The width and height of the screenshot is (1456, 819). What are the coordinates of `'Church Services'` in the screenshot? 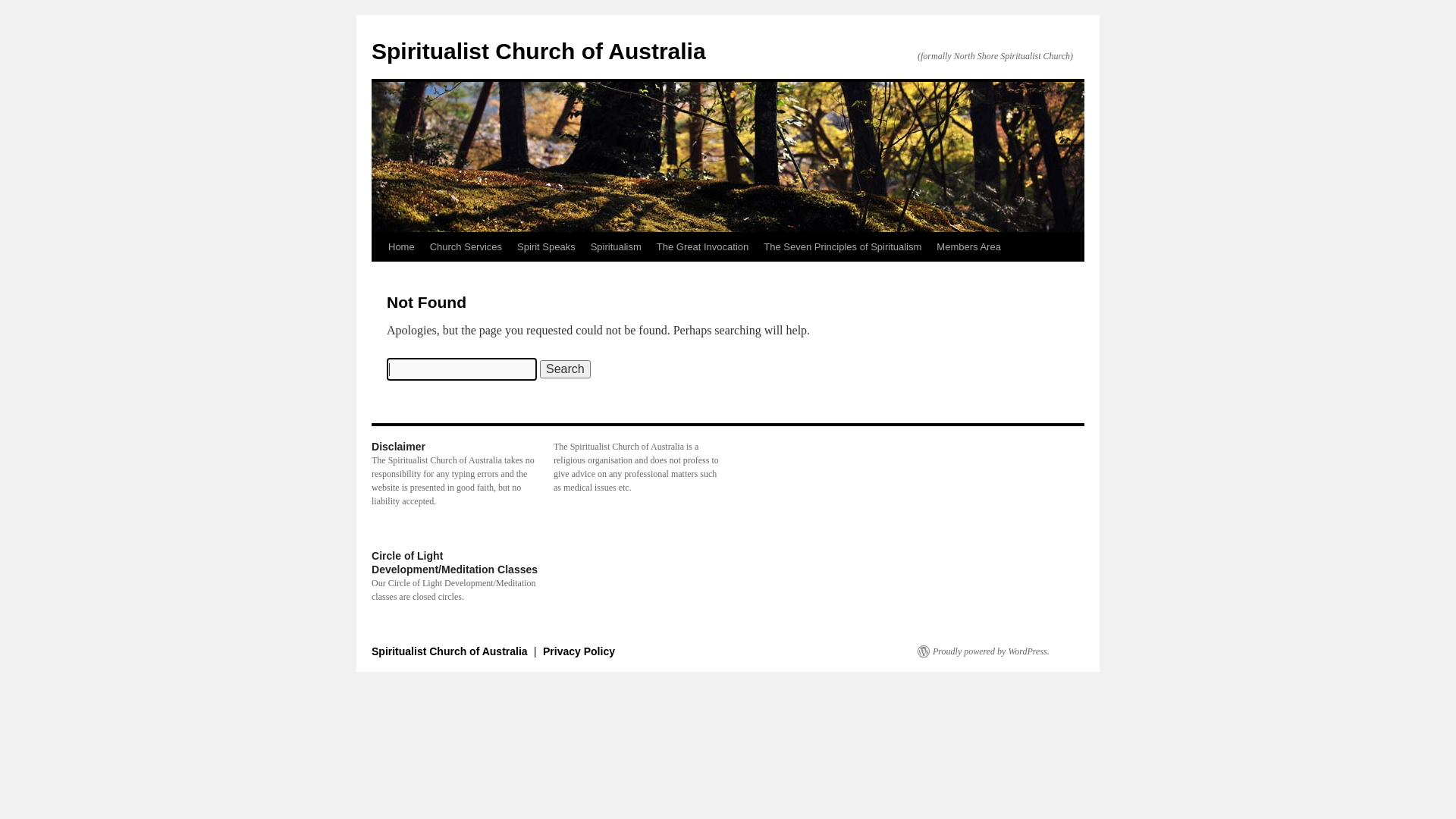 It's located at (465, 246).